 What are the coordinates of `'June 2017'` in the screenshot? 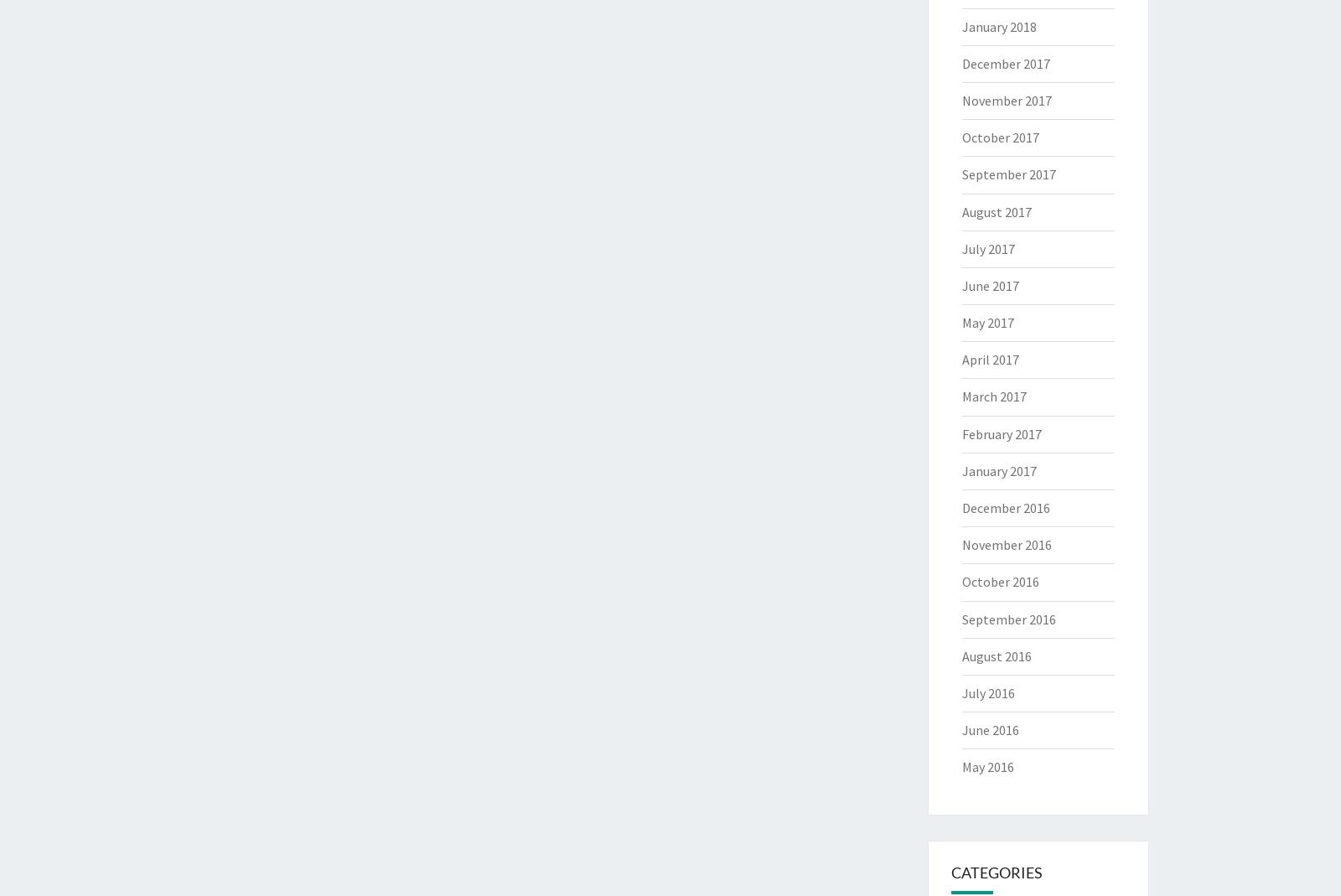 It's located at (989, 285).